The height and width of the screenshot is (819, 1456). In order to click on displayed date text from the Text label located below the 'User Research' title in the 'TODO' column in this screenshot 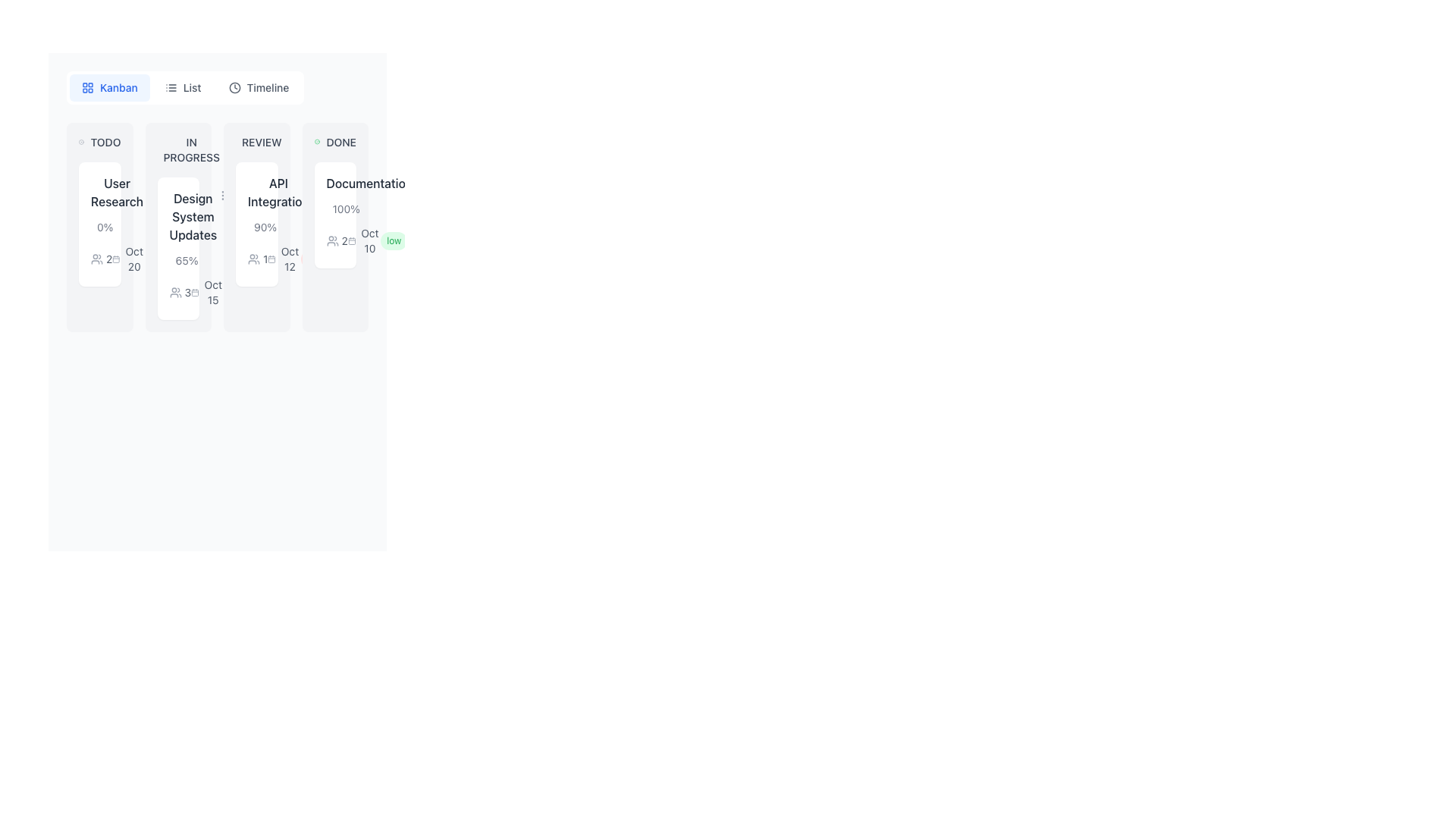, I will do `click(134, 259)`.